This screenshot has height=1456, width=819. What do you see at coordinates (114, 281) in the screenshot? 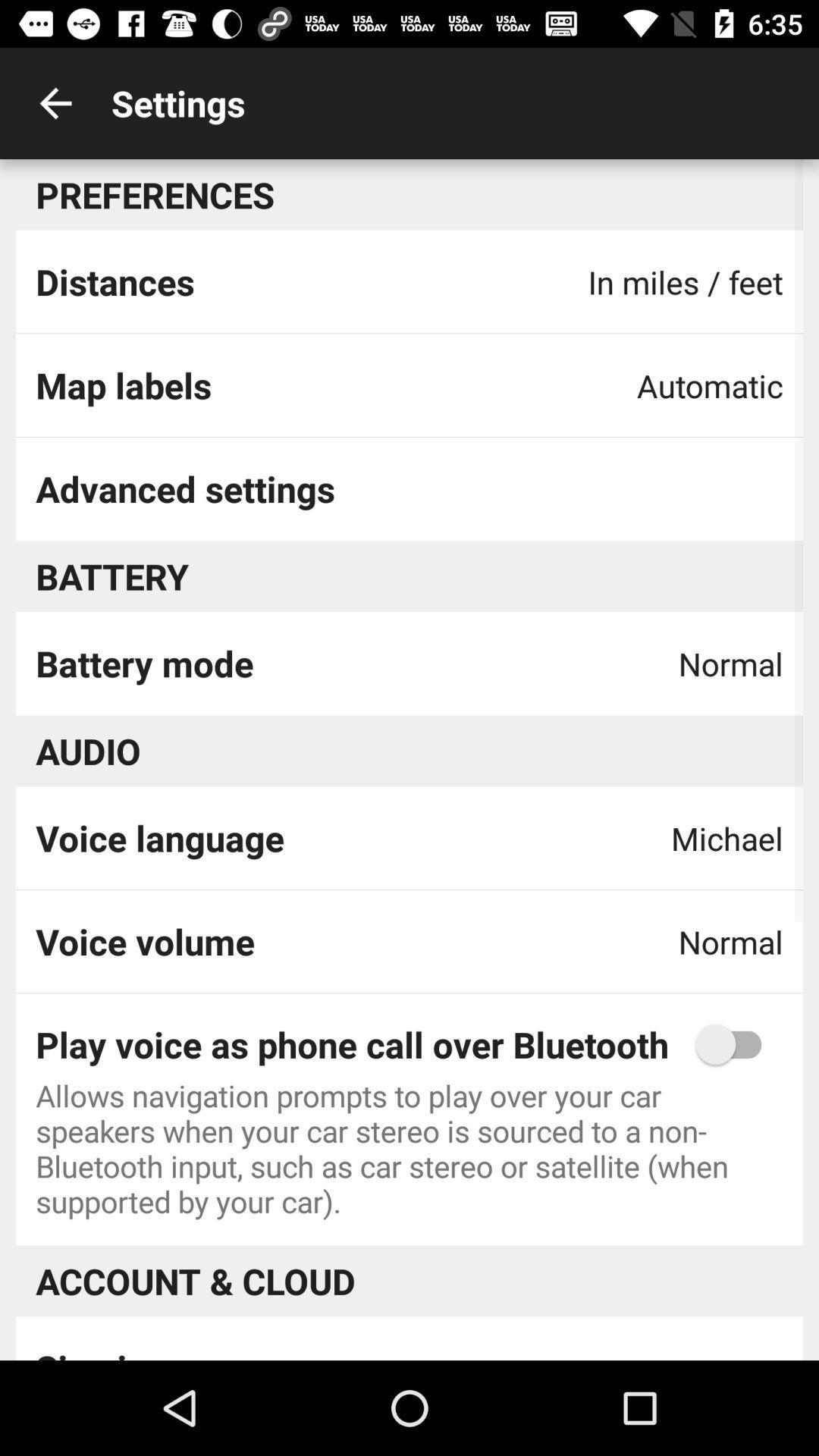
I see `the distances item` at bounding box center [114, 281].